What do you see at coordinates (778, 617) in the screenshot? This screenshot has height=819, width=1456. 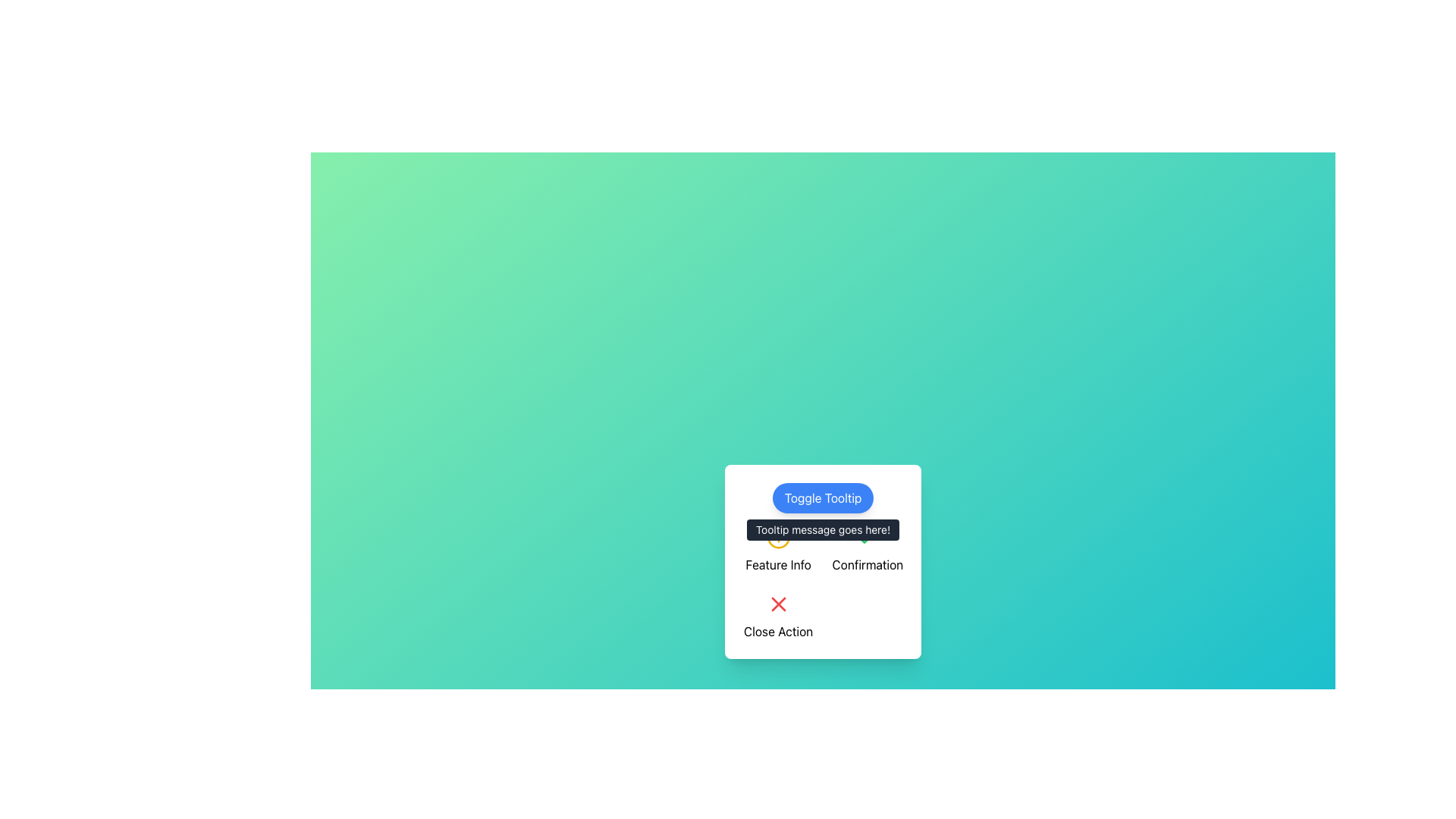 I see `the 'Close Action' label with an icon located in the bottom-left section of the grid beneath 'Feature Info' and 'Confirmation'` at bounding box center [778, 617].